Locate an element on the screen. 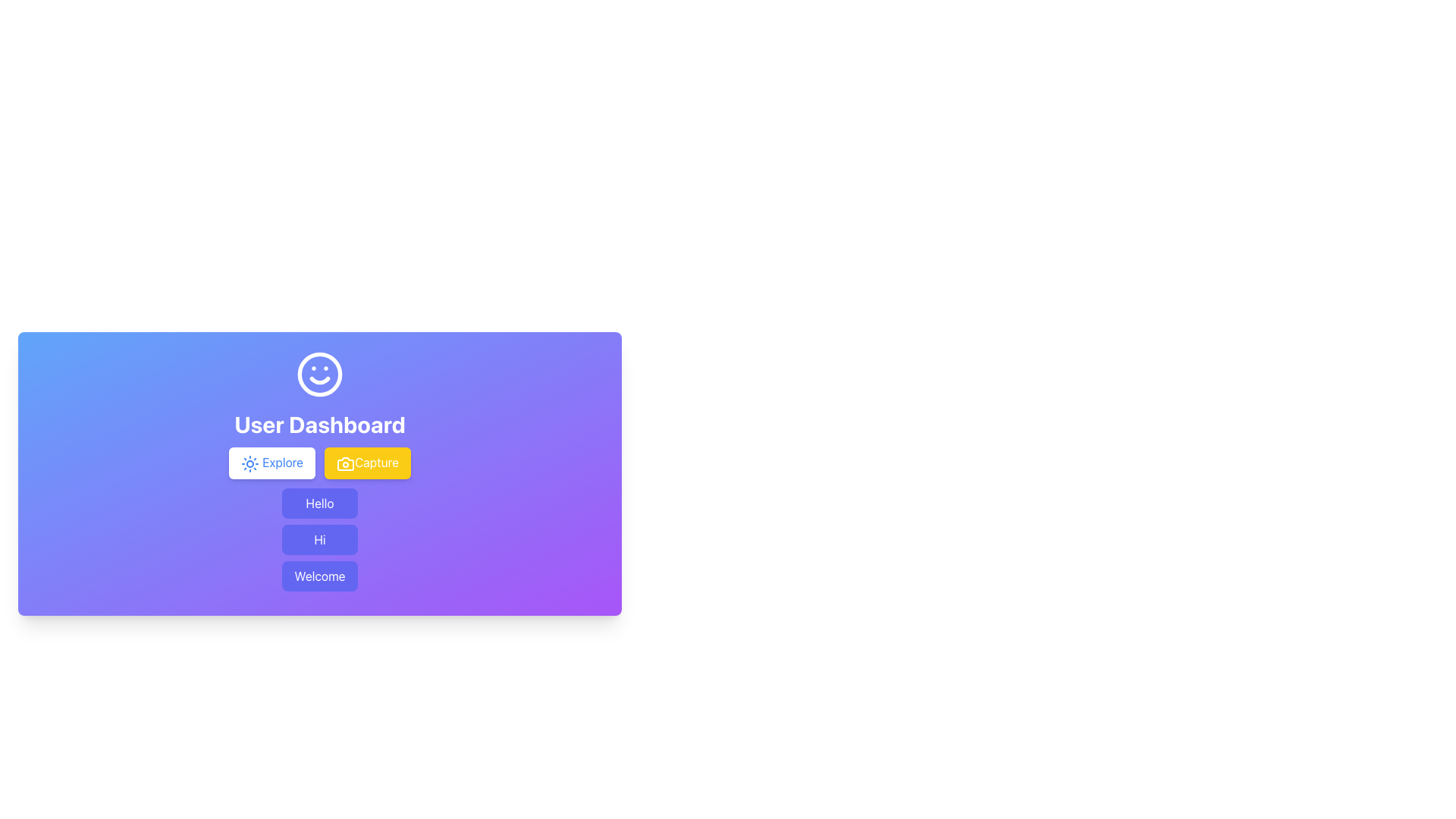 The width and height of the screenshot is (1456, 819). the camera icon with a yellow background and white outline located inside the 'Capture' button is located at coordinates (345, 463).